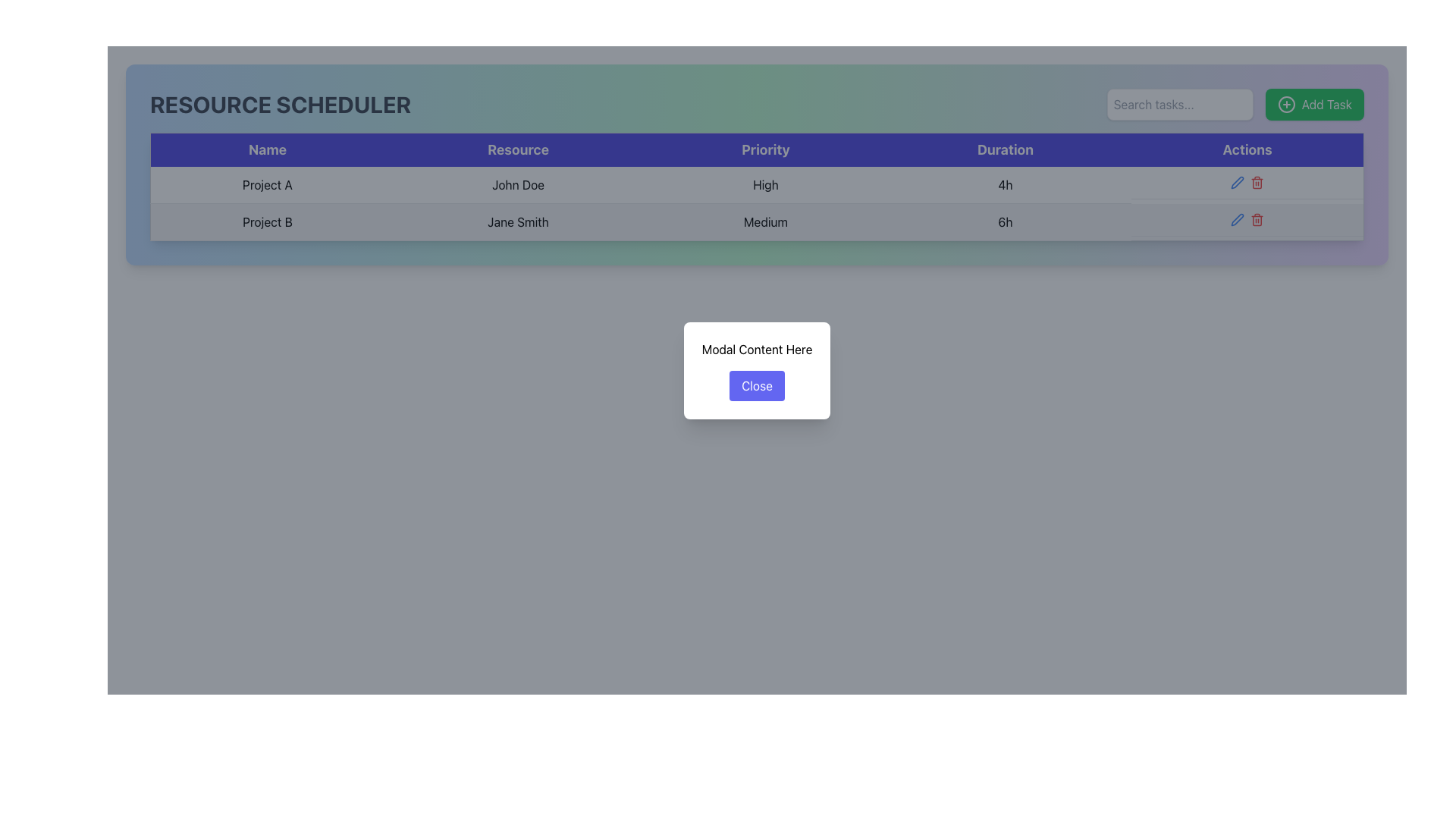 This screenshot has height=819, width=1456. Describe the element at coordinates (1257, 219) in the screenshot. I see `the red trash icon in the bottom-right cell of the second row of the 'Resource Scheduler' table` at that location.